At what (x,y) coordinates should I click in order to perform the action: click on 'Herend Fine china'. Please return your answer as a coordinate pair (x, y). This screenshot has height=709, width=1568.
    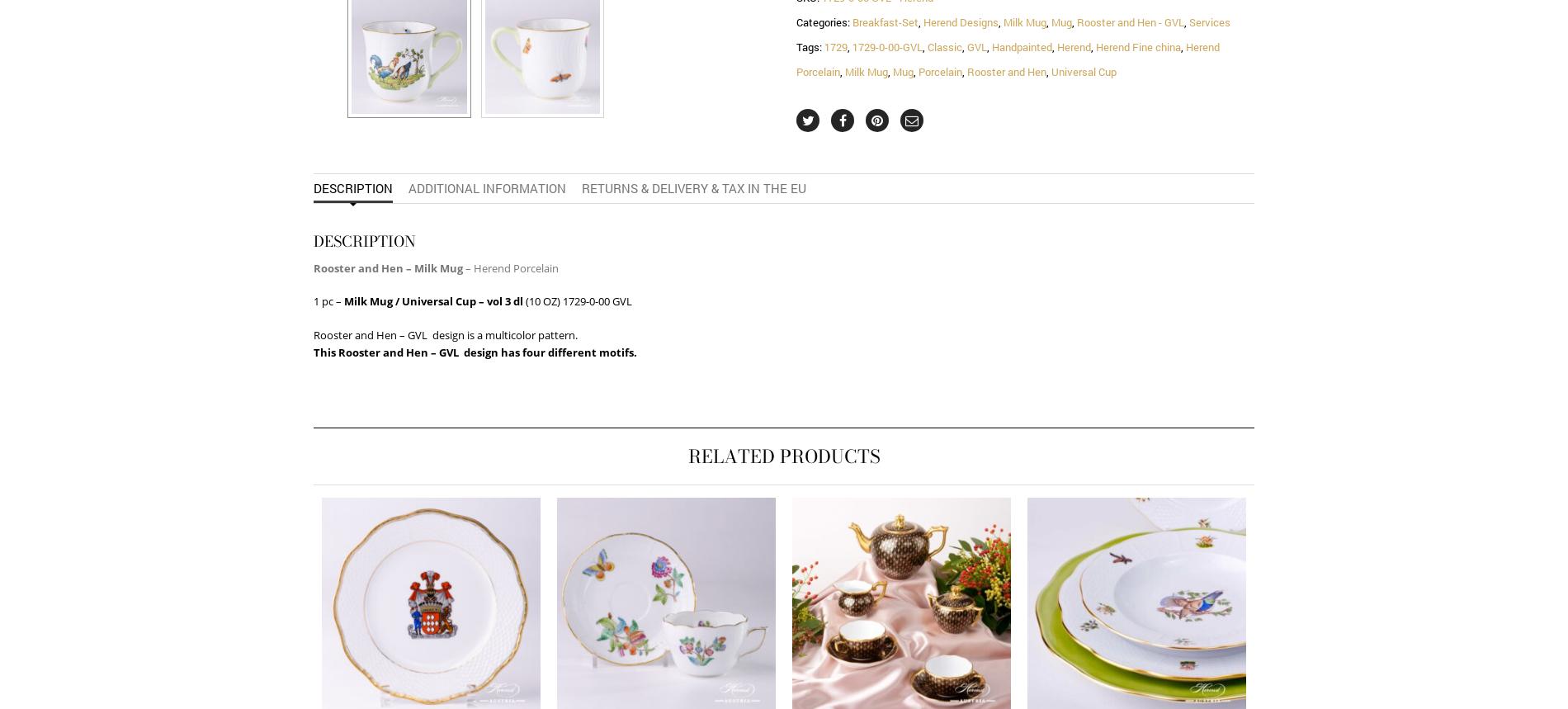
    Looking at the image, I should click on (1137, 46).